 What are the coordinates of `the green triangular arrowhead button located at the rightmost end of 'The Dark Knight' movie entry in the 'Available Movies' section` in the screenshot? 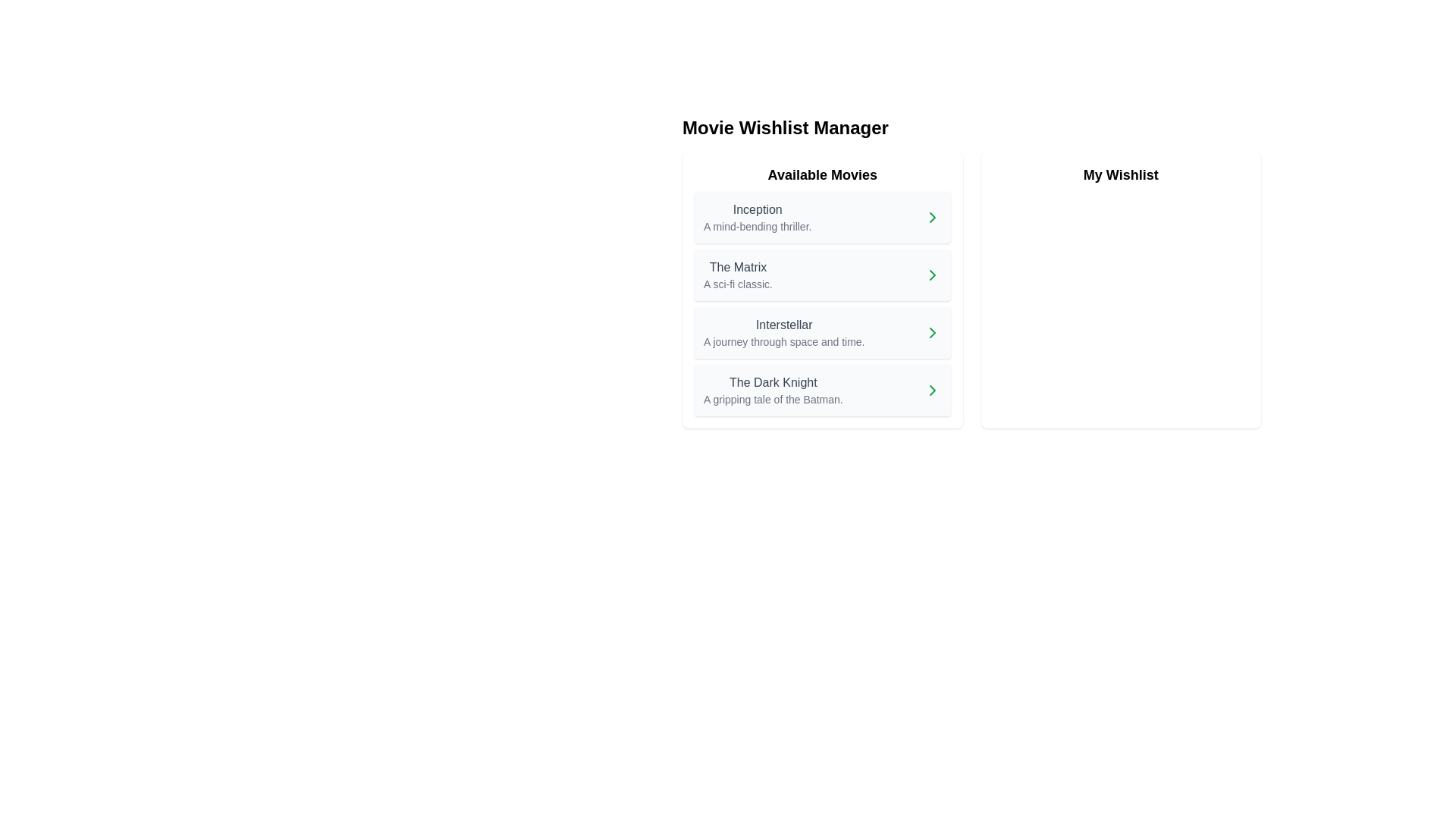 It's located at (931, 390).